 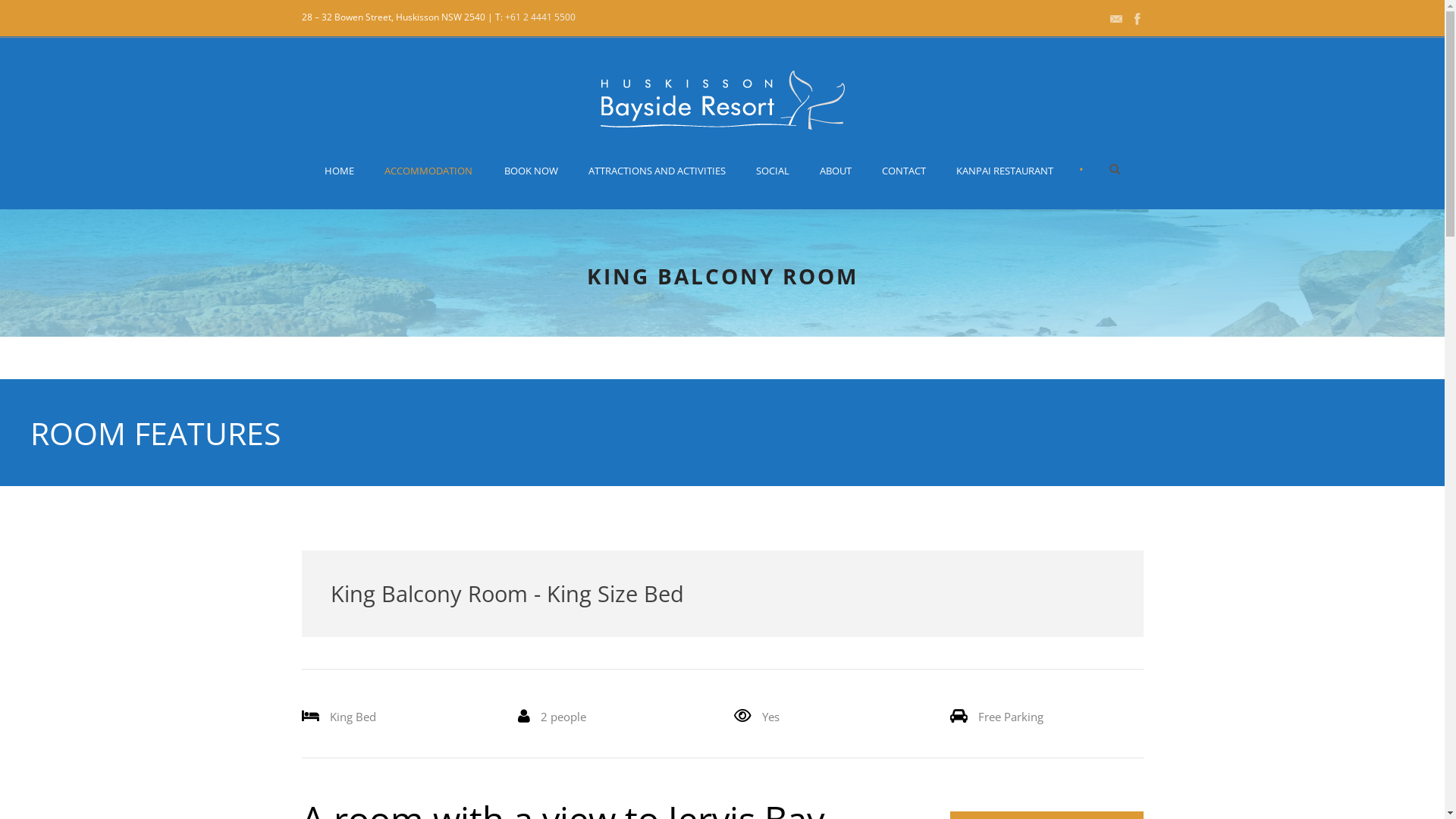 I want to click on 'BOOK NOW', so click(x=531, y=185).